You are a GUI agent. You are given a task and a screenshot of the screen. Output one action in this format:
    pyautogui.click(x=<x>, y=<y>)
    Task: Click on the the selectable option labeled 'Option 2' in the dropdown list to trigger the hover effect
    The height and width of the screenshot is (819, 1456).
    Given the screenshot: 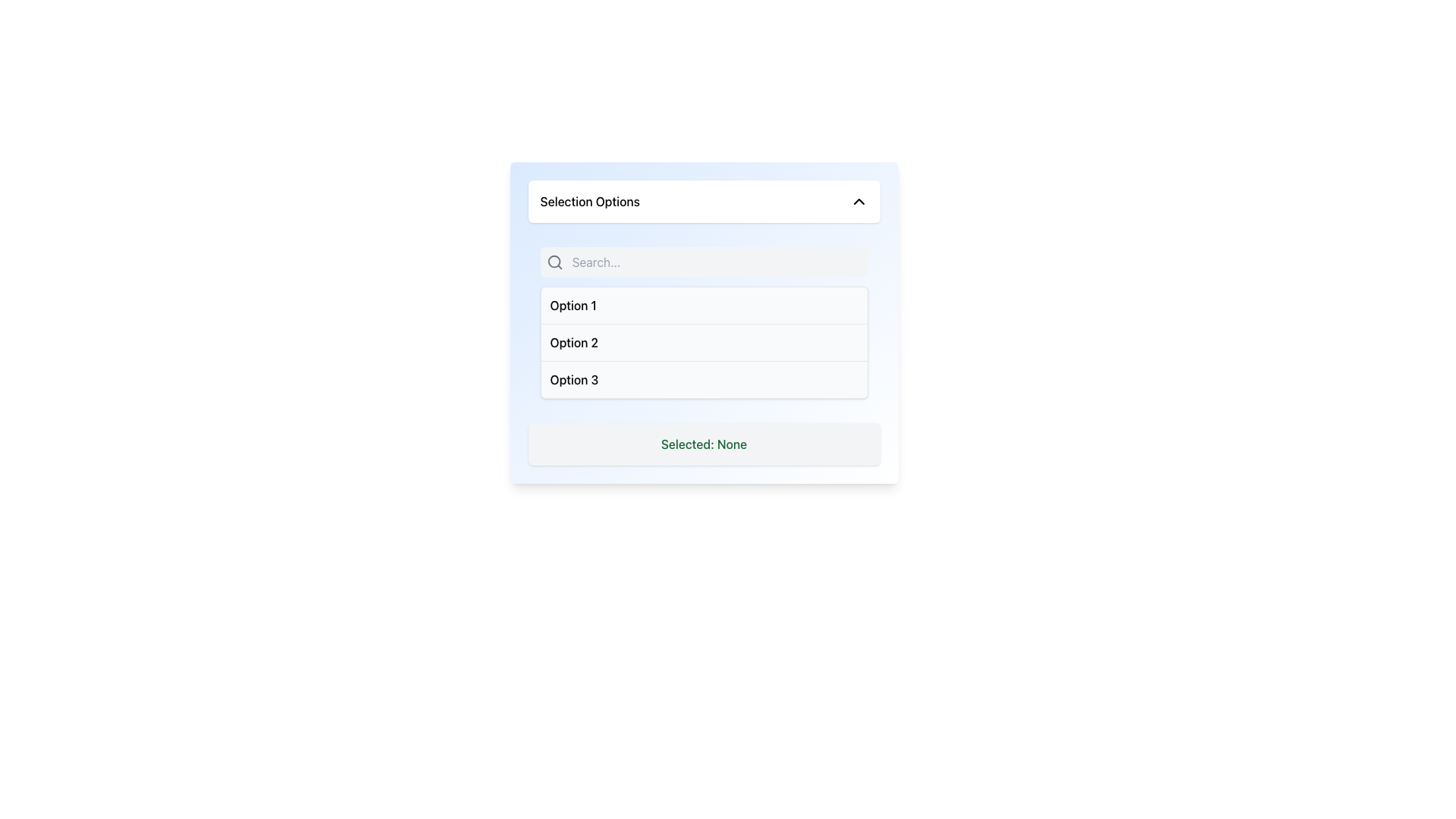 What is the action you would take?
    pyautogui.click(x=573, y=342)
    